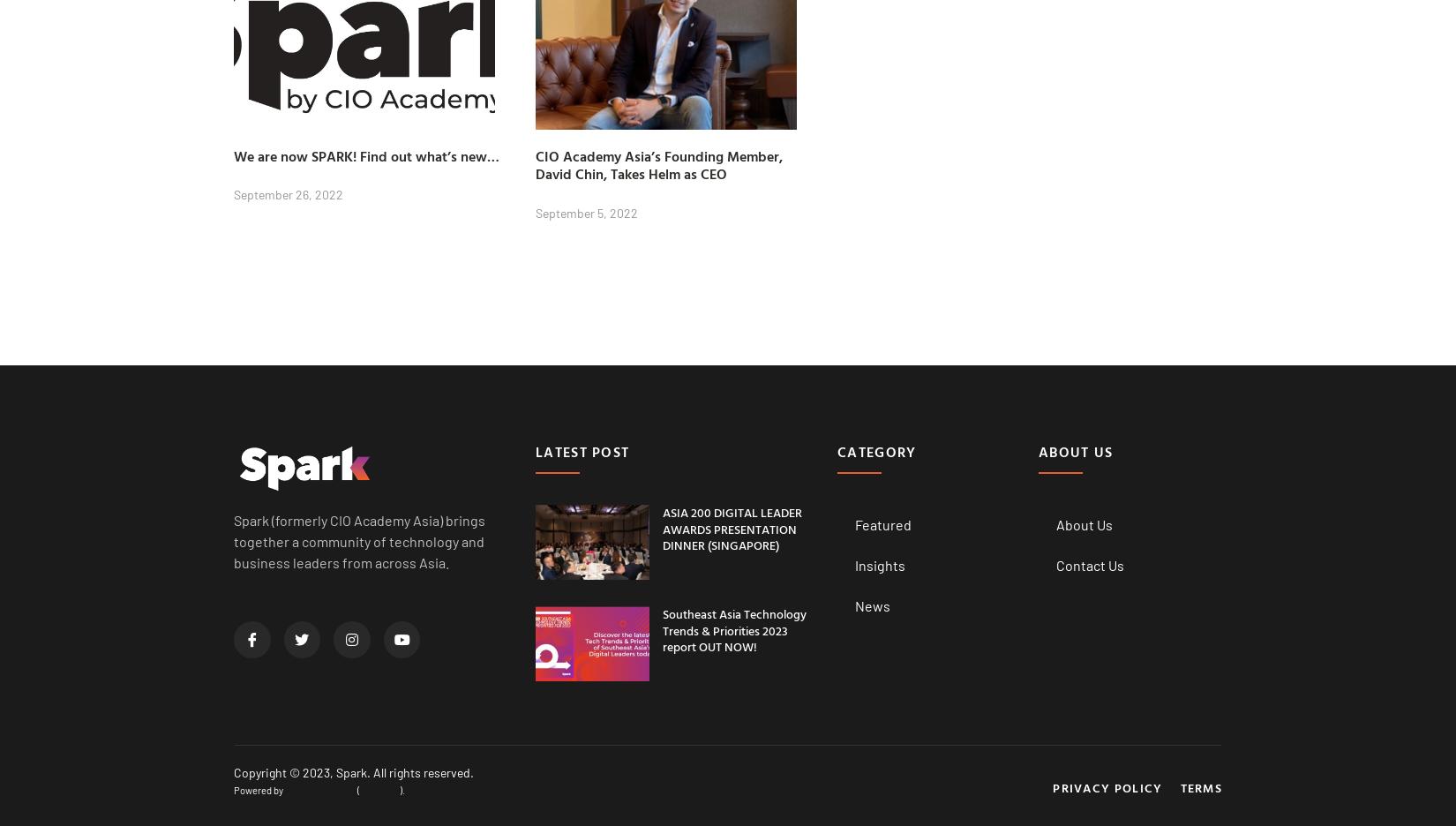  I want to click on '360', so click(339, 788).